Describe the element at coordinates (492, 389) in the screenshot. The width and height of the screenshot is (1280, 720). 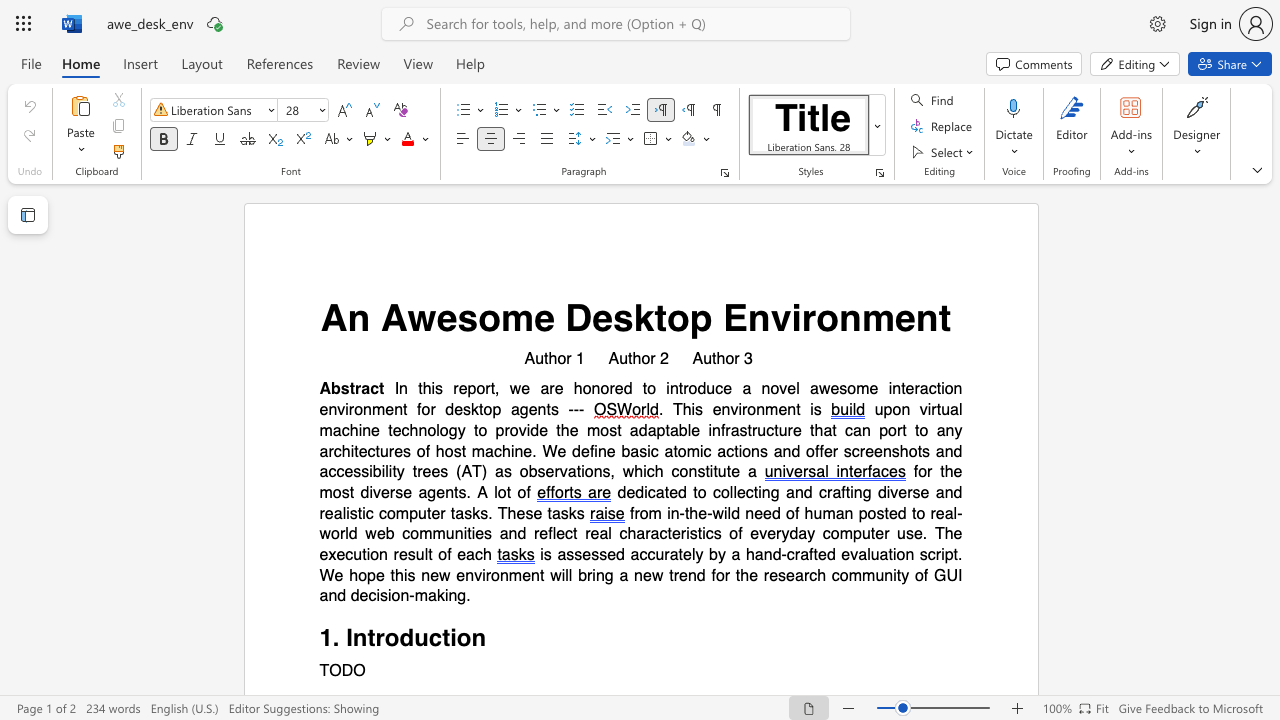
I see `the 2th character "t" in the text` at that location.